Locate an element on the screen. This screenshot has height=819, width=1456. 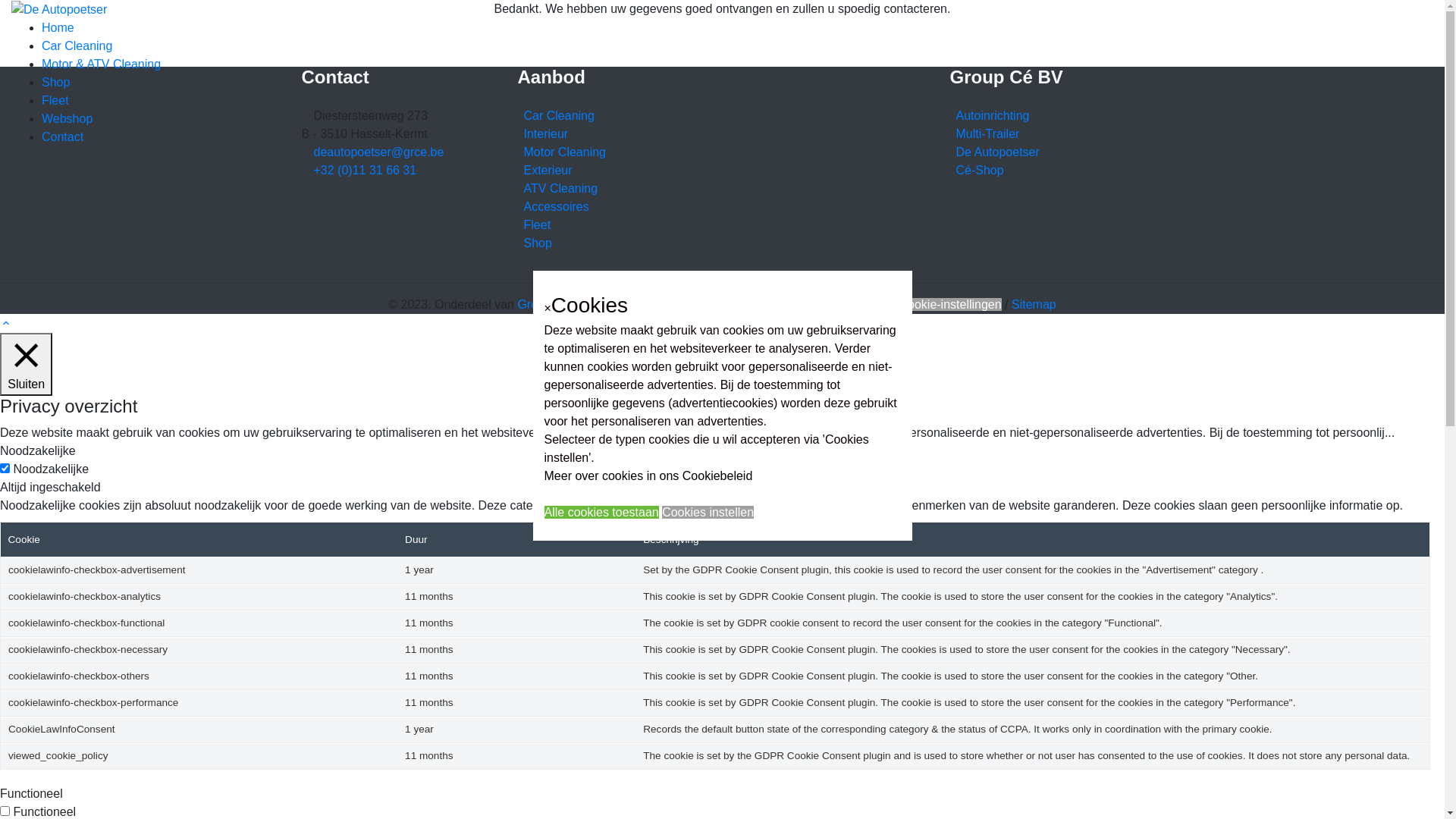
'Sluiten' is located at coordinates (26, 364).